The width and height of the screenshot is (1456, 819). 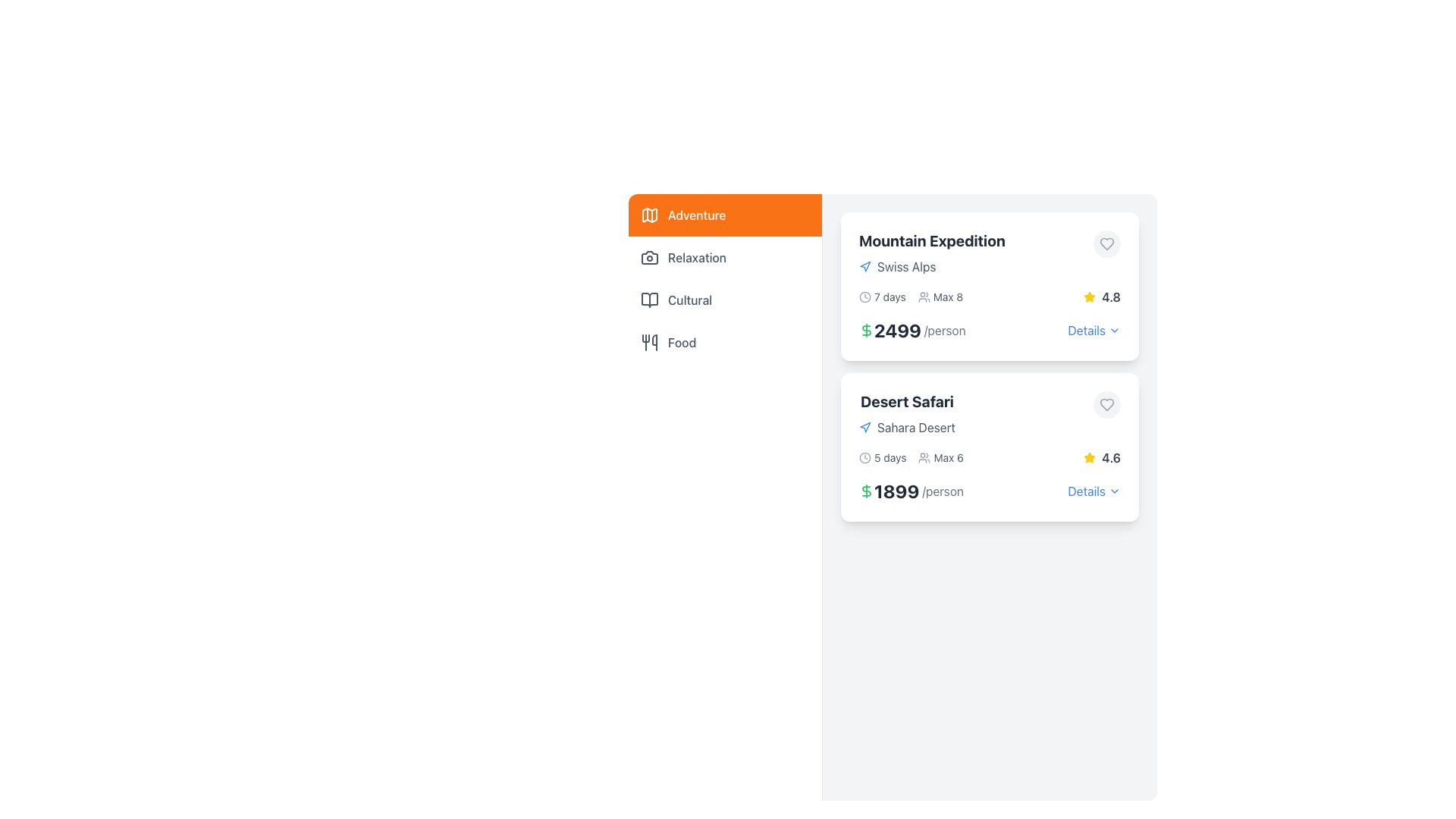 I want to click on the static text element displaying 'Max 8' with an icon of a group of people, which indicates the maximum number of people per group for the 'Mountain Expedition' trip, so click(x=940, y=297).